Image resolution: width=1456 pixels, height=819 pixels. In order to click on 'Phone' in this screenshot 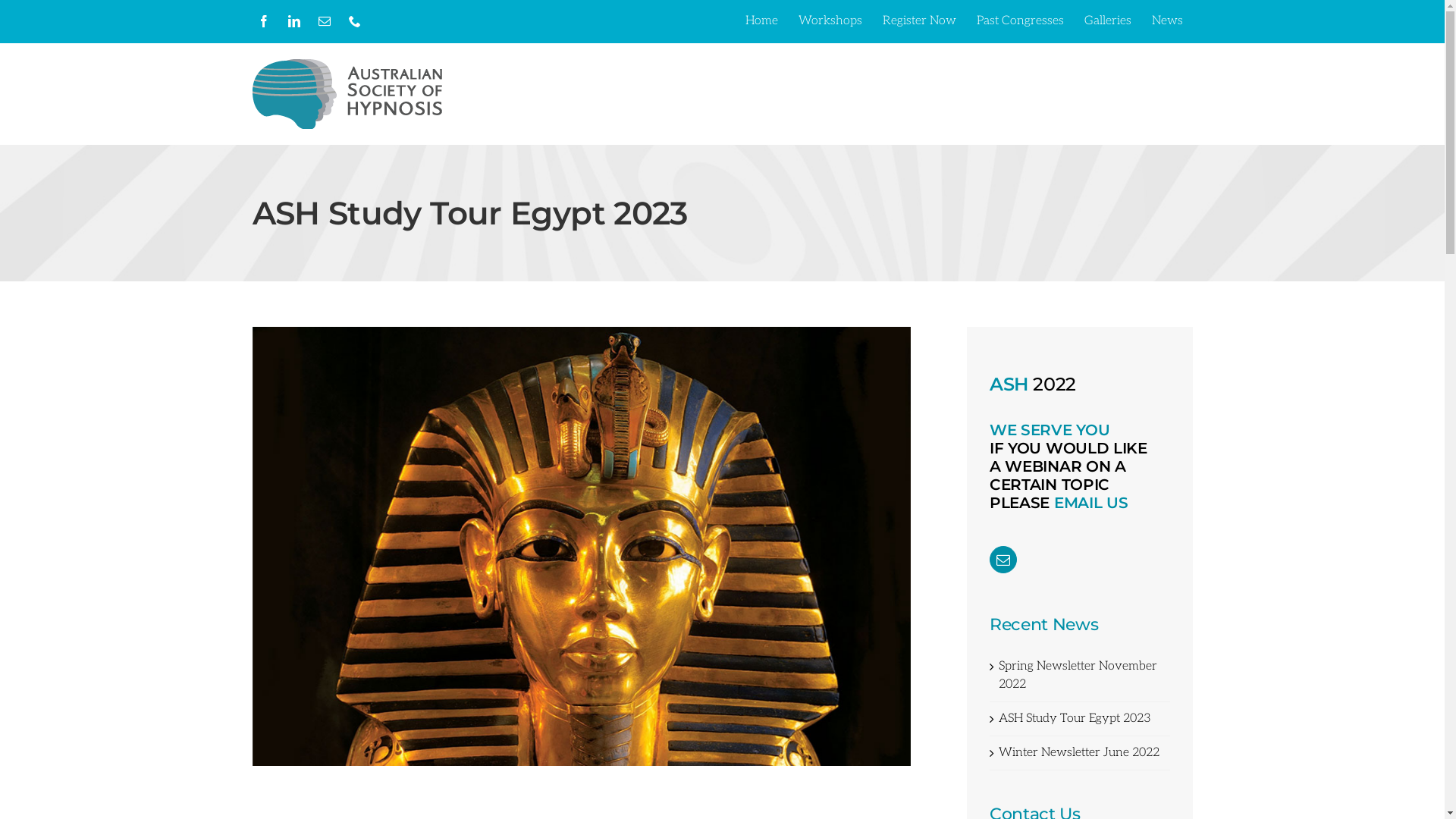, I will do `click(353, 20)`.